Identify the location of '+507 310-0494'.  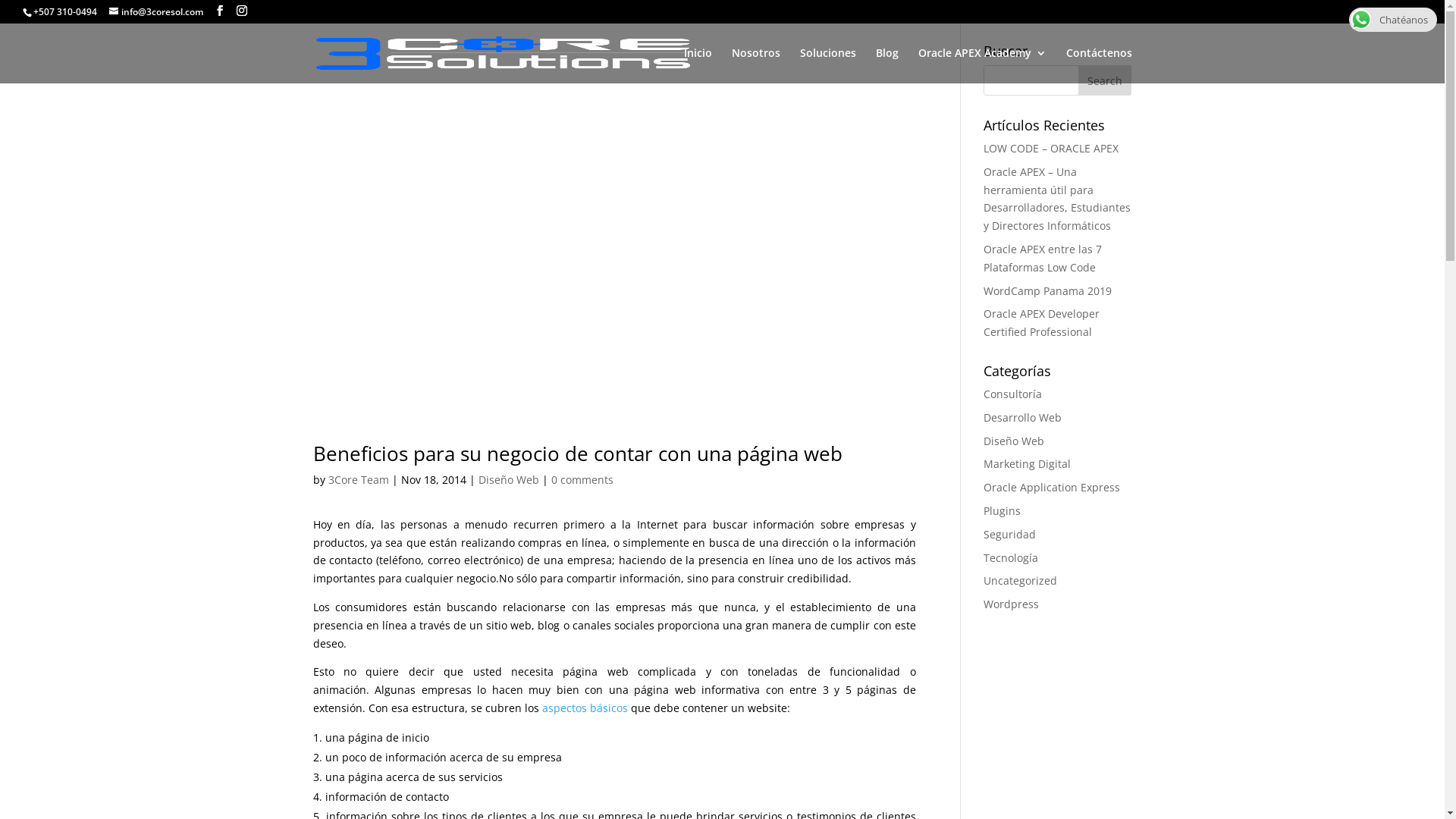
(33, 11).